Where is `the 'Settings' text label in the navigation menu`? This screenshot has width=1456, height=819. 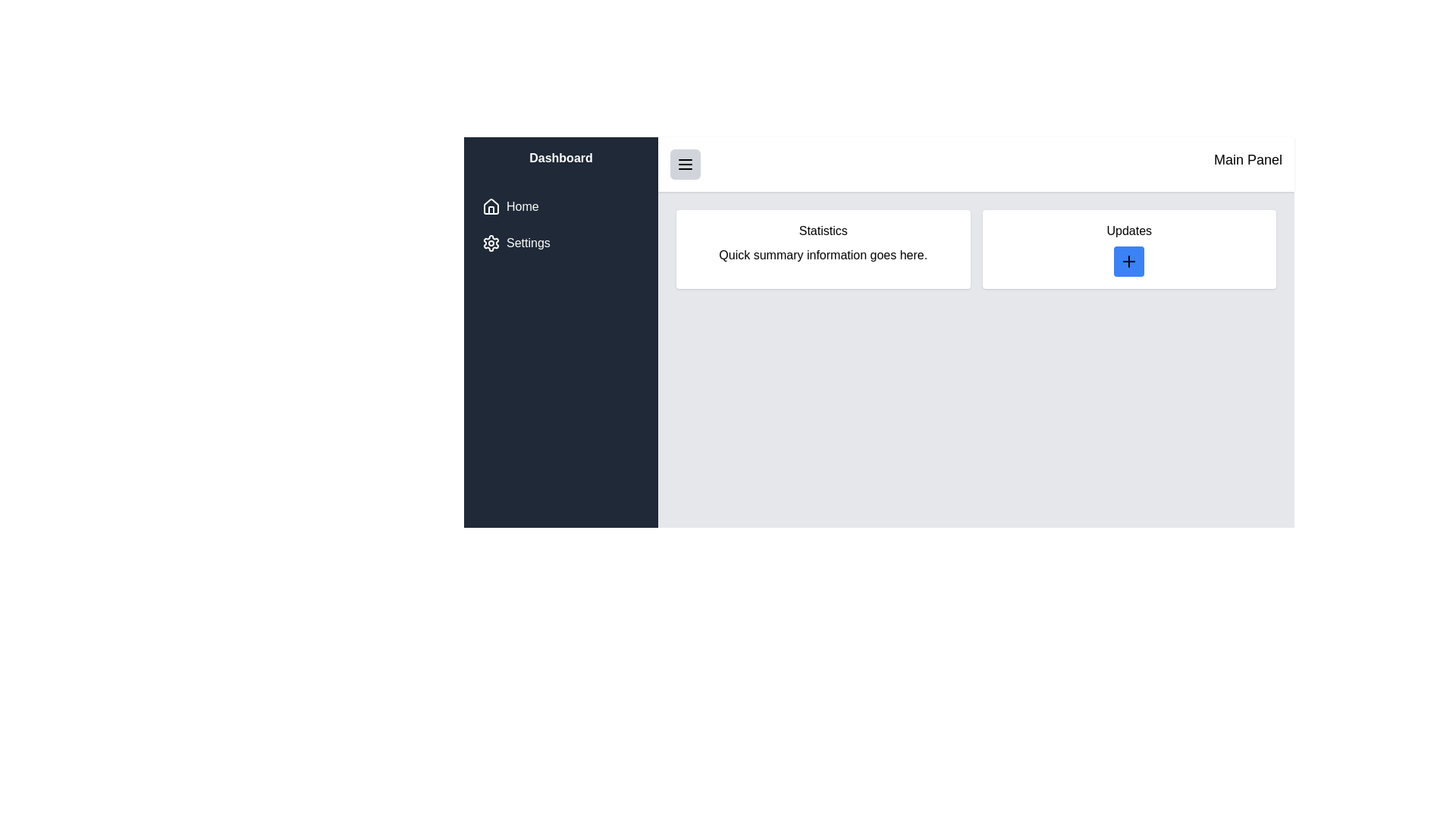 the 'Settings' text label in the navigation menu is located at coordinates (528, 242).